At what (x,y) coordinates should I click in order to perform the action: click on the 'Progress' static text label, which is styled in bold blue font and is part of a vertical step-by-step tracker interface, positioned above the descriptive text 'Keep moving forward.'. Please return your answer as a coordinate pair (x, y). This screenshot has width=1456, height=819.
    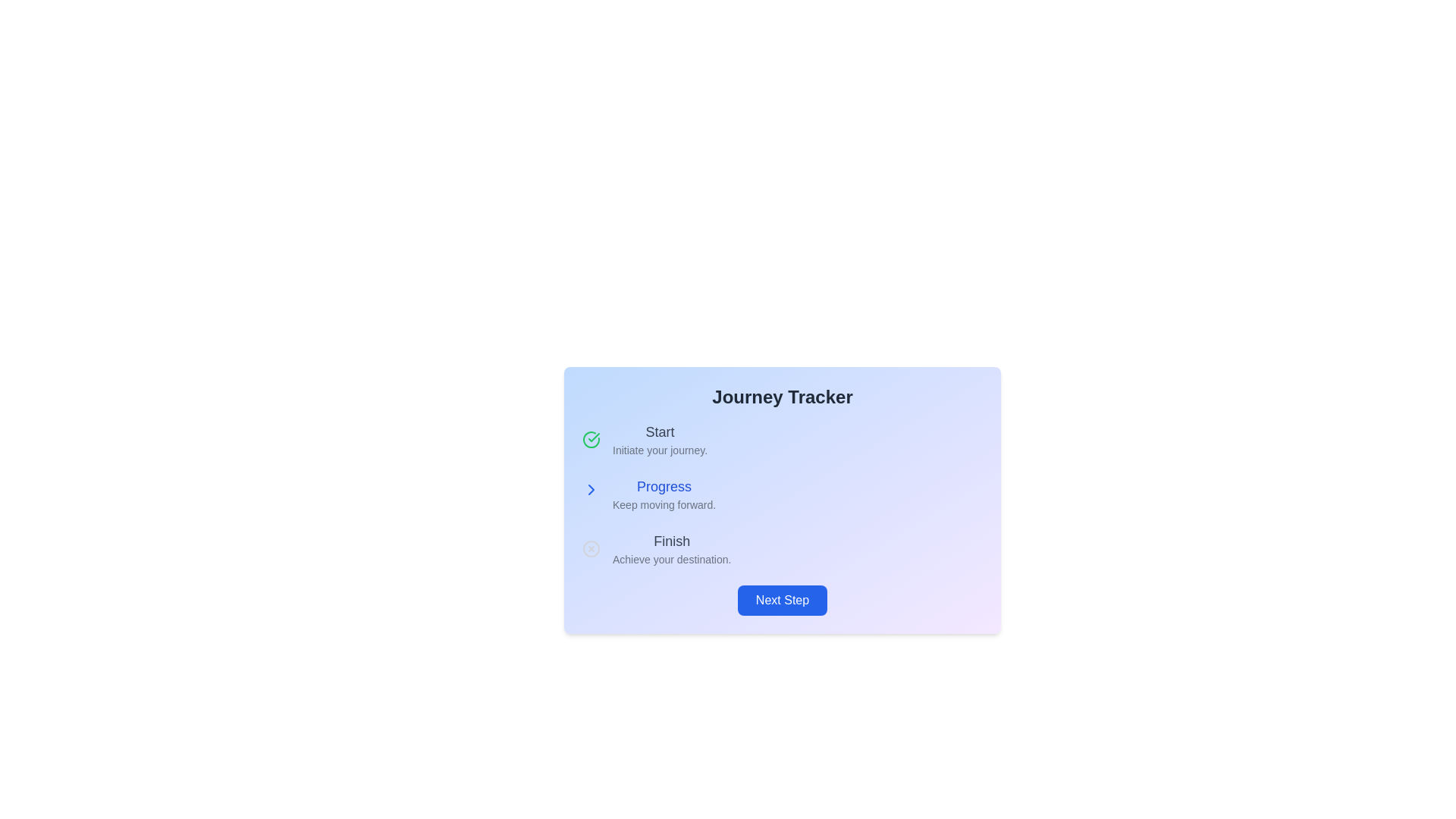
    Looking at the image, I should click on (664, 486).